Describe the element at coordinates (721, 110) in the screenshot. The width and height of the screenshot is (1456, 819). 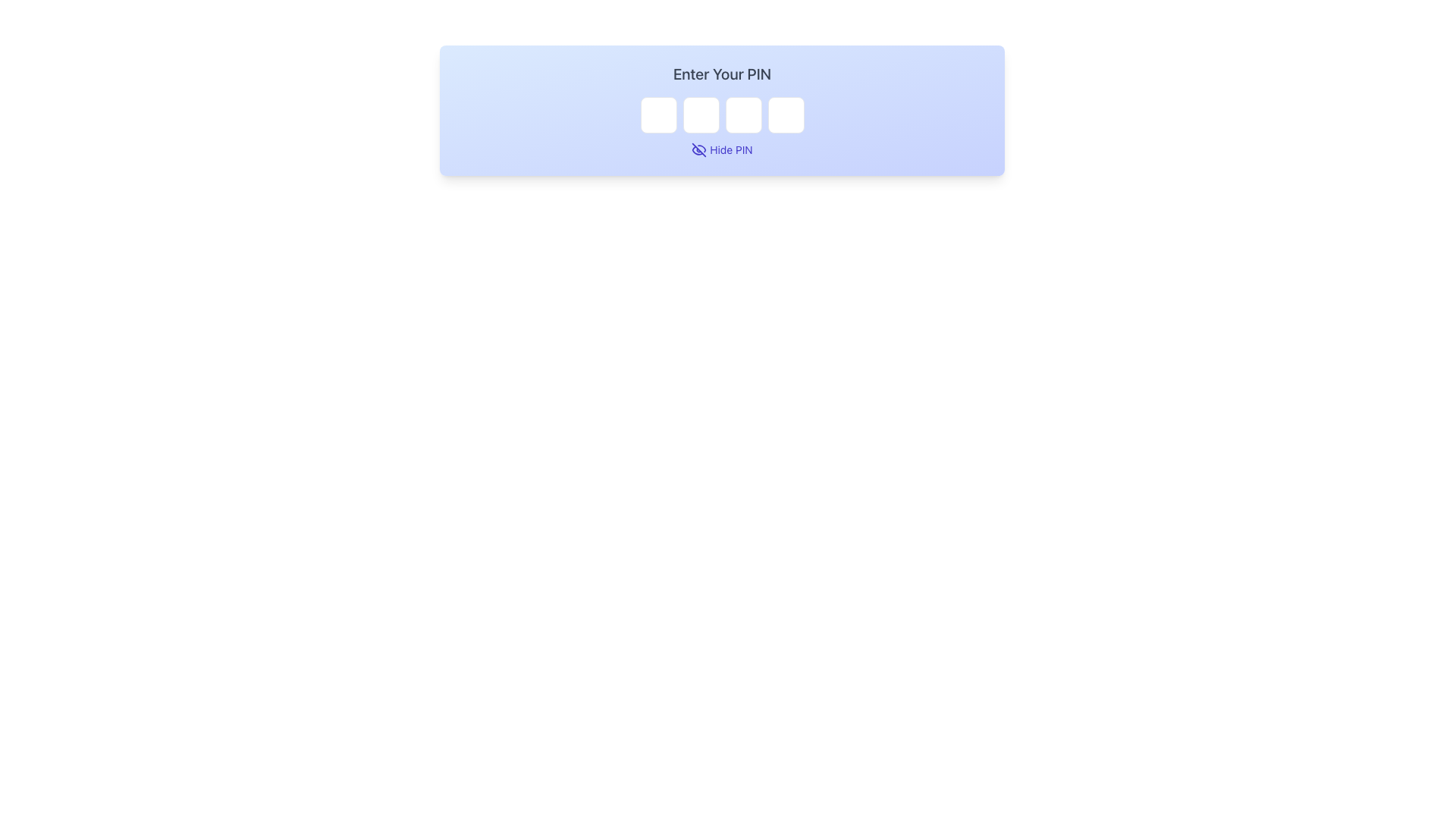
I see `and type into the input fields of the composite PIN entry section, which includes four fields and a visibility toggle for entering a PIN` at that location.